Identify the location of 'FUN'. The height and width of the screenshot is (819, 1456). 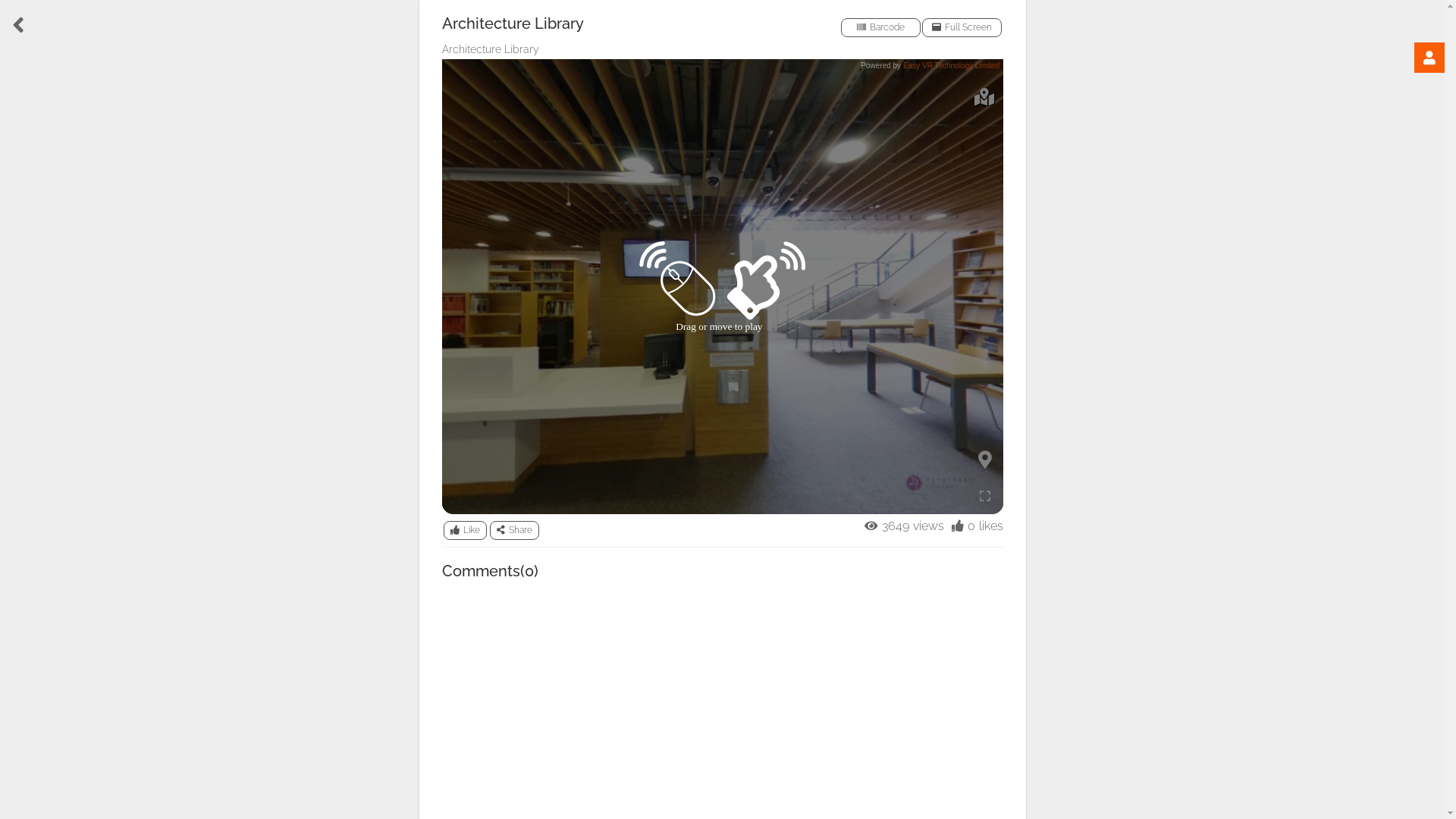
(36, 584).